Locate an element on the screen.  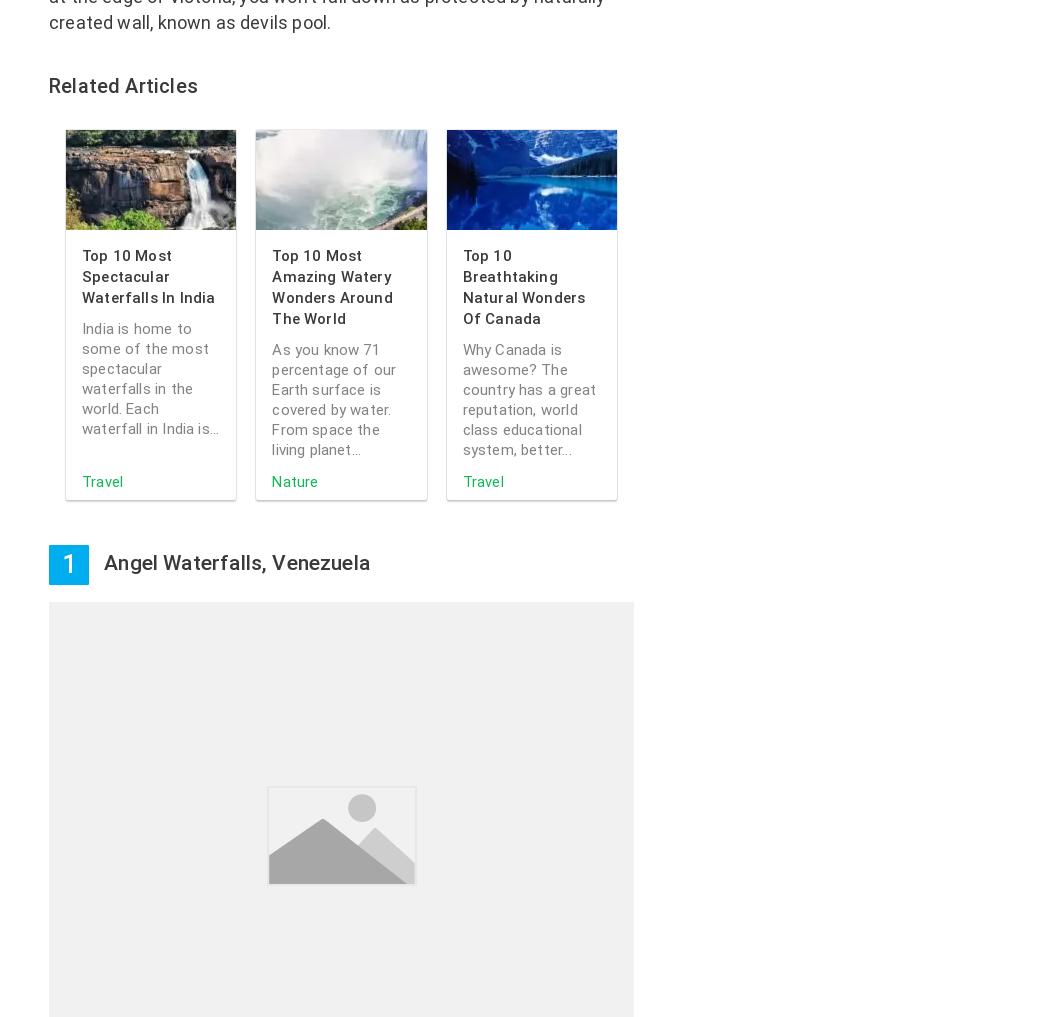
'1' is located at coordinates (67, 564).